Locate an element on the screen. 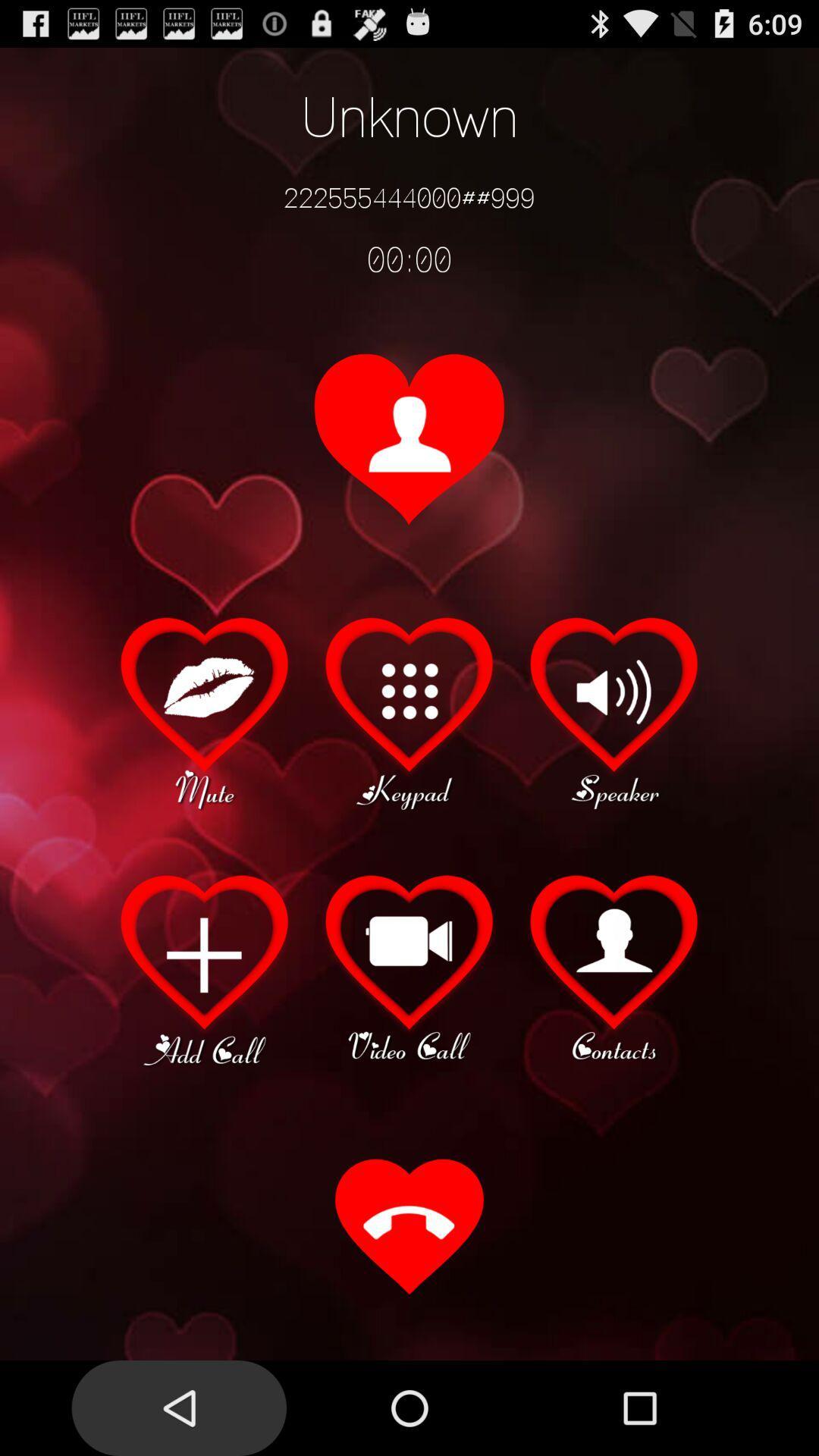  keypad select option is located at coordinates (409, 710).